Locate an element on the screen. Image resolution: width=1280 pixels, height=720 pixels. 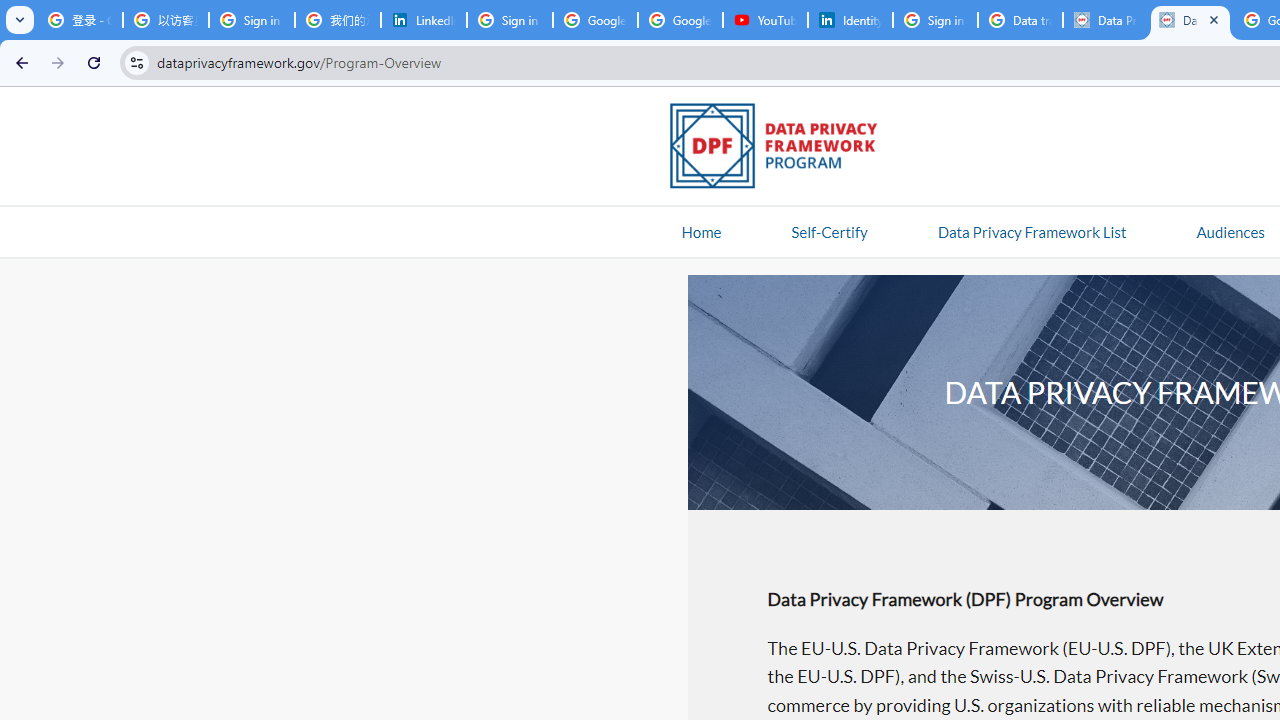
'Home' is located at coordinates (701, 230).